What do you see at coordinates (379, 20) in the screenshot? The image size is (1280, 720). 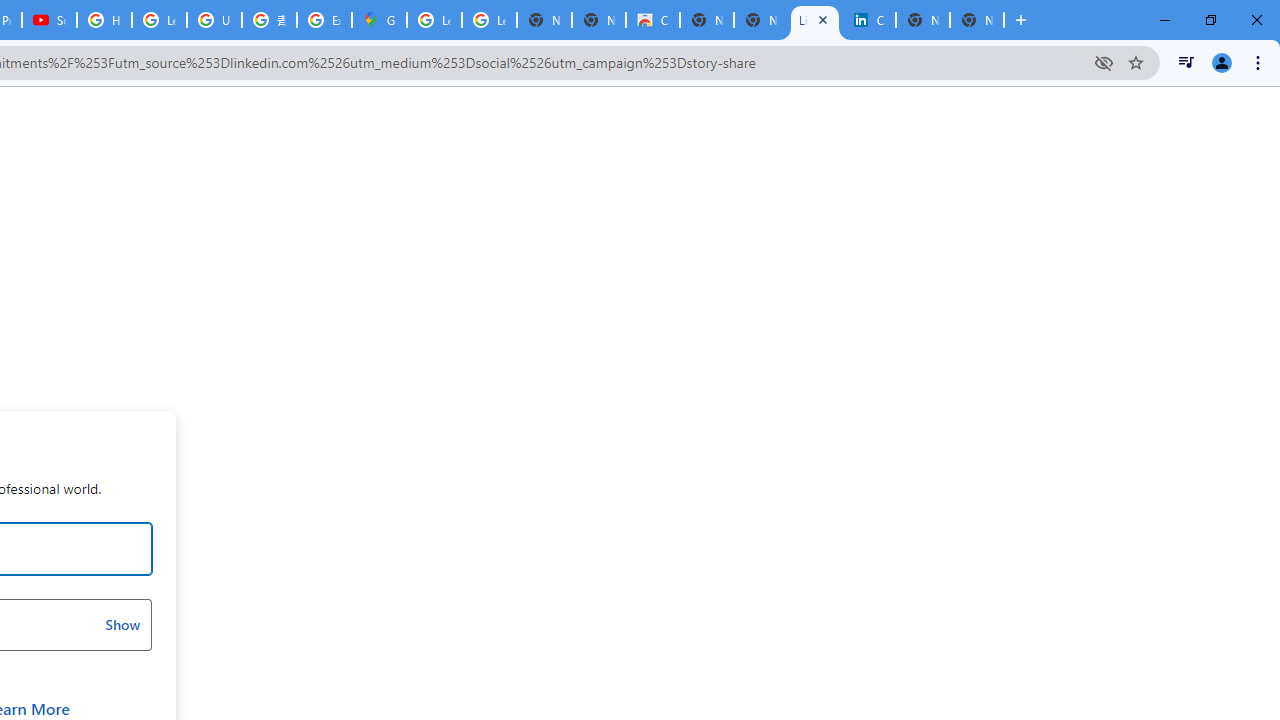 I see `'Google Maps'` at bounding box center [379, 20].